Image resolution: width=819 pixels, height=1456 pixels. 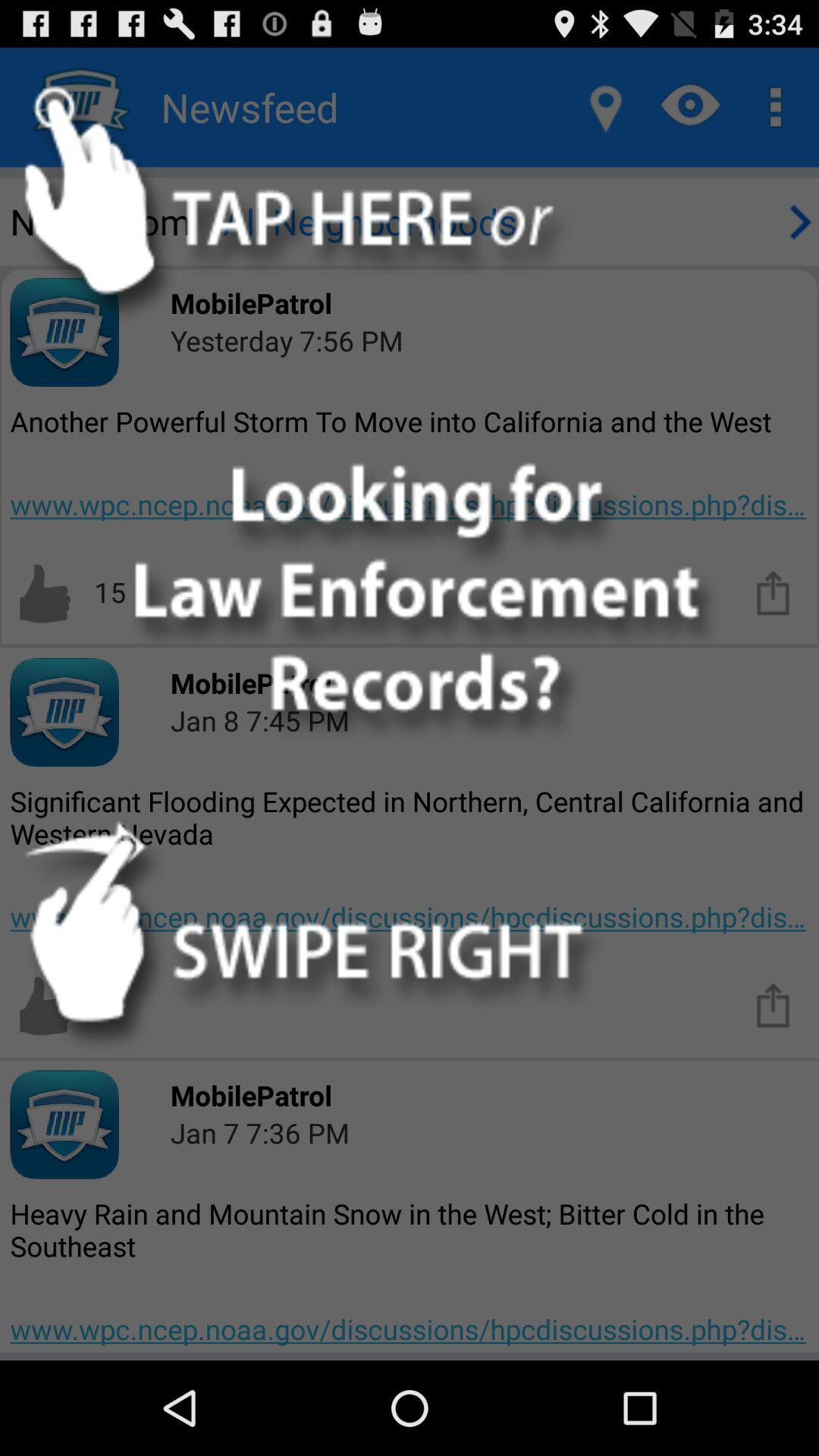 I want to click on download the app option, so click(x=773, y=591).